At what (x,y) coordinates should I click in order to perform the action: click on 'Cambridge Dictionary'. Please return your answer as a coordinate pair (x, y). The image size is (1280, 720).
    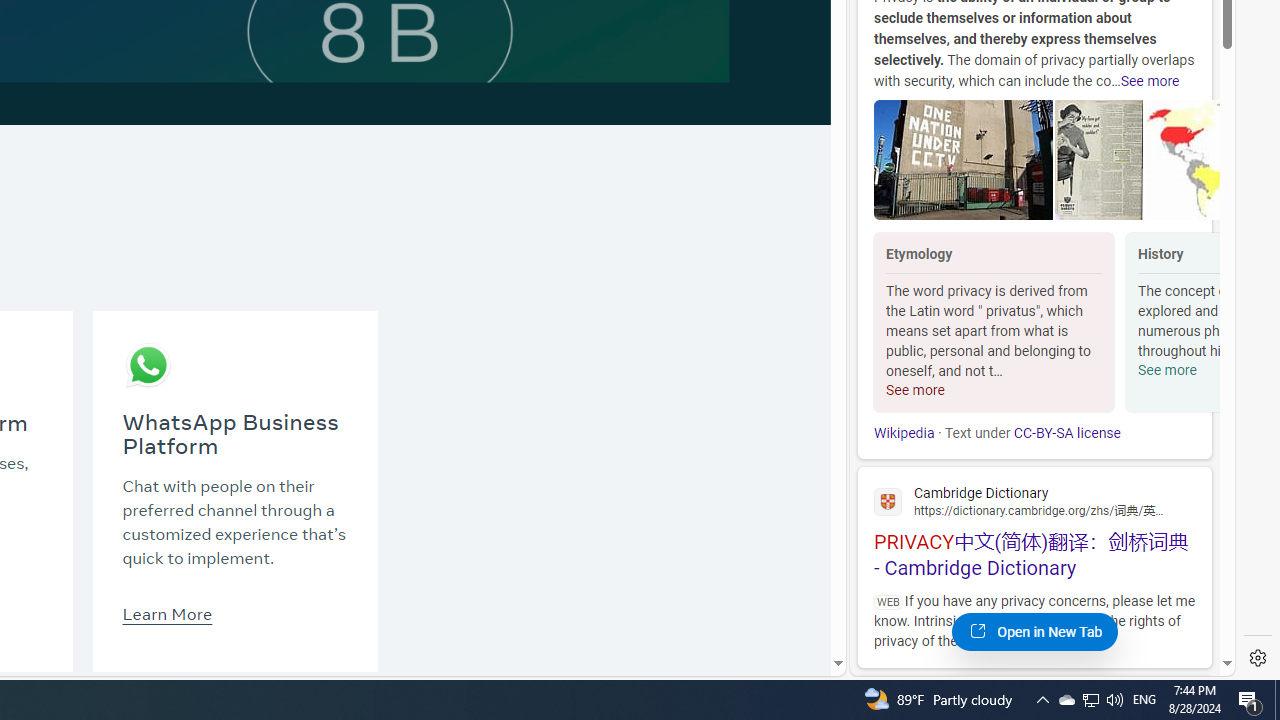
    Looking at the image, I should click on (1034, 499).